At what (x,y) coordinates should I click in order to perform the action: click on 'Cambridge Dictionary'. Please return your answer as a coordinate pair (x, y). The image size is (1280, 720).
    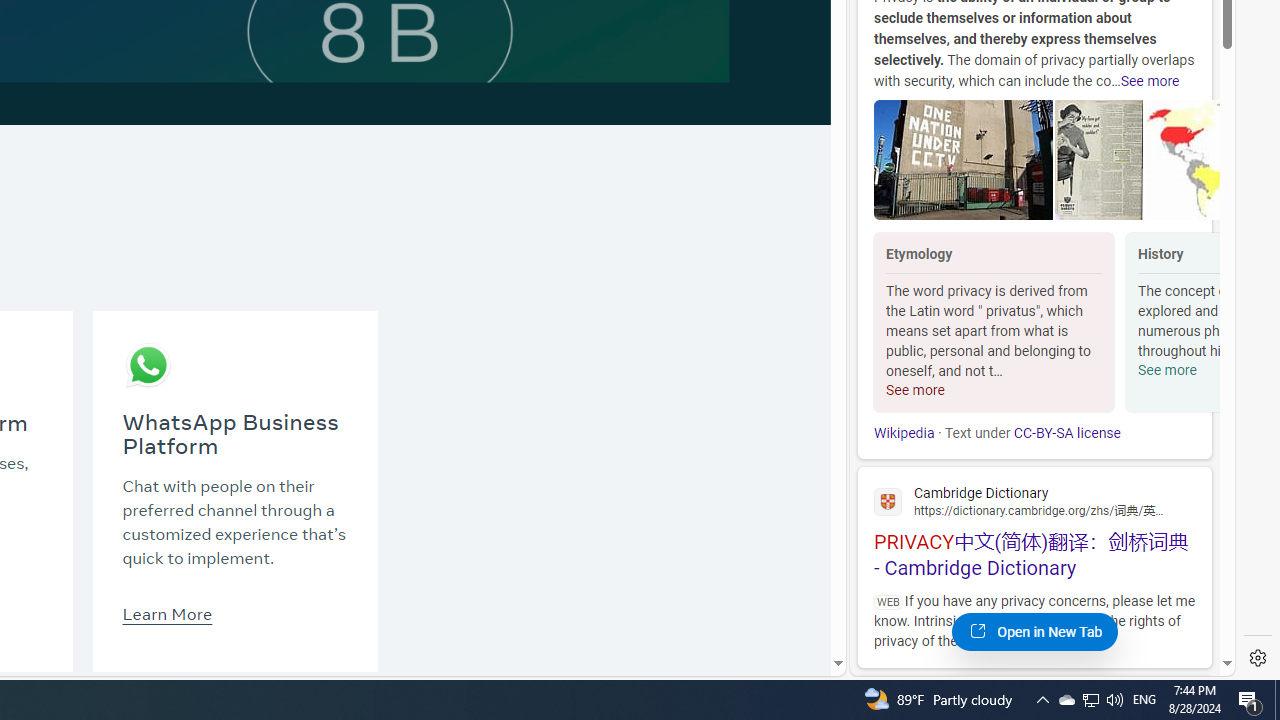
    Looking at the image, I should click on (1034, 499).